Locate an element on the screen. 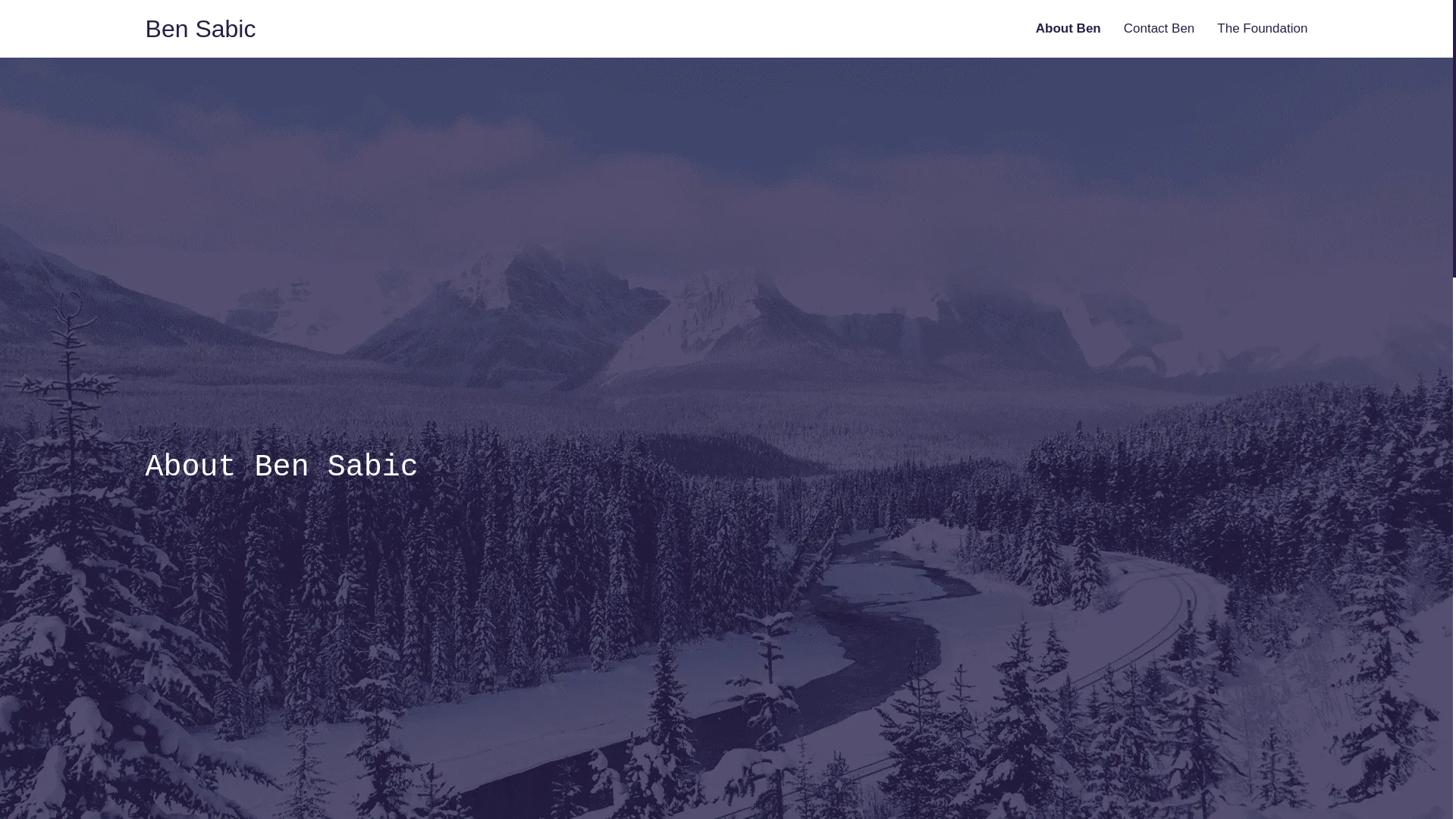 The width and height of the screenshot is (1456, 819). 'The Foundation' is located at coordinates (1262, 28).